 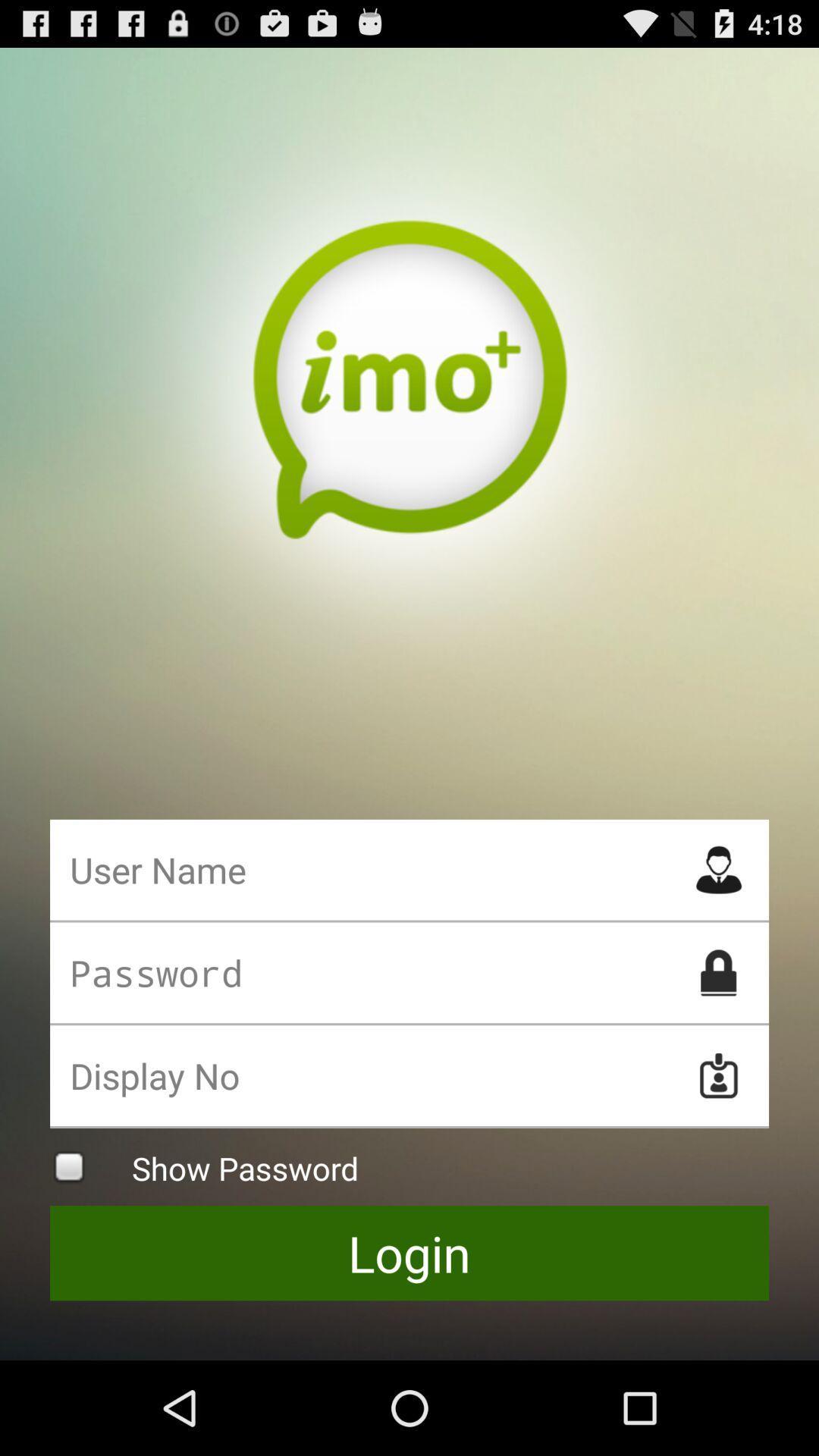 What do you see at coordinates (409, 1253) in the screenshot?
I see `the login button` at bounding box center [409, 1253].